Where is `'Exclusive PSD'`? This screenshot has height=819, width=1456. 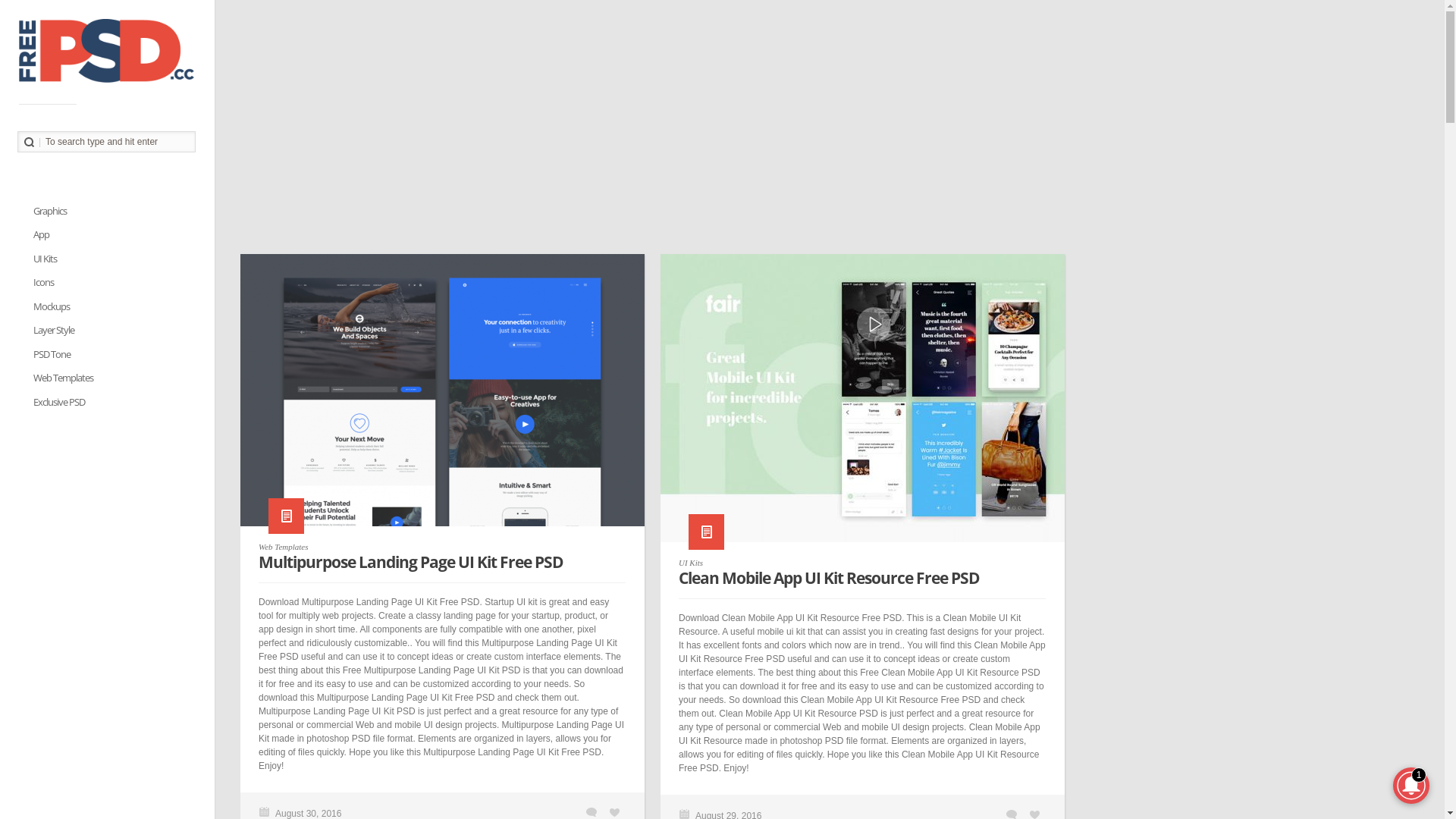
'Exclusive PSD' is located at coordinates (59, 401).